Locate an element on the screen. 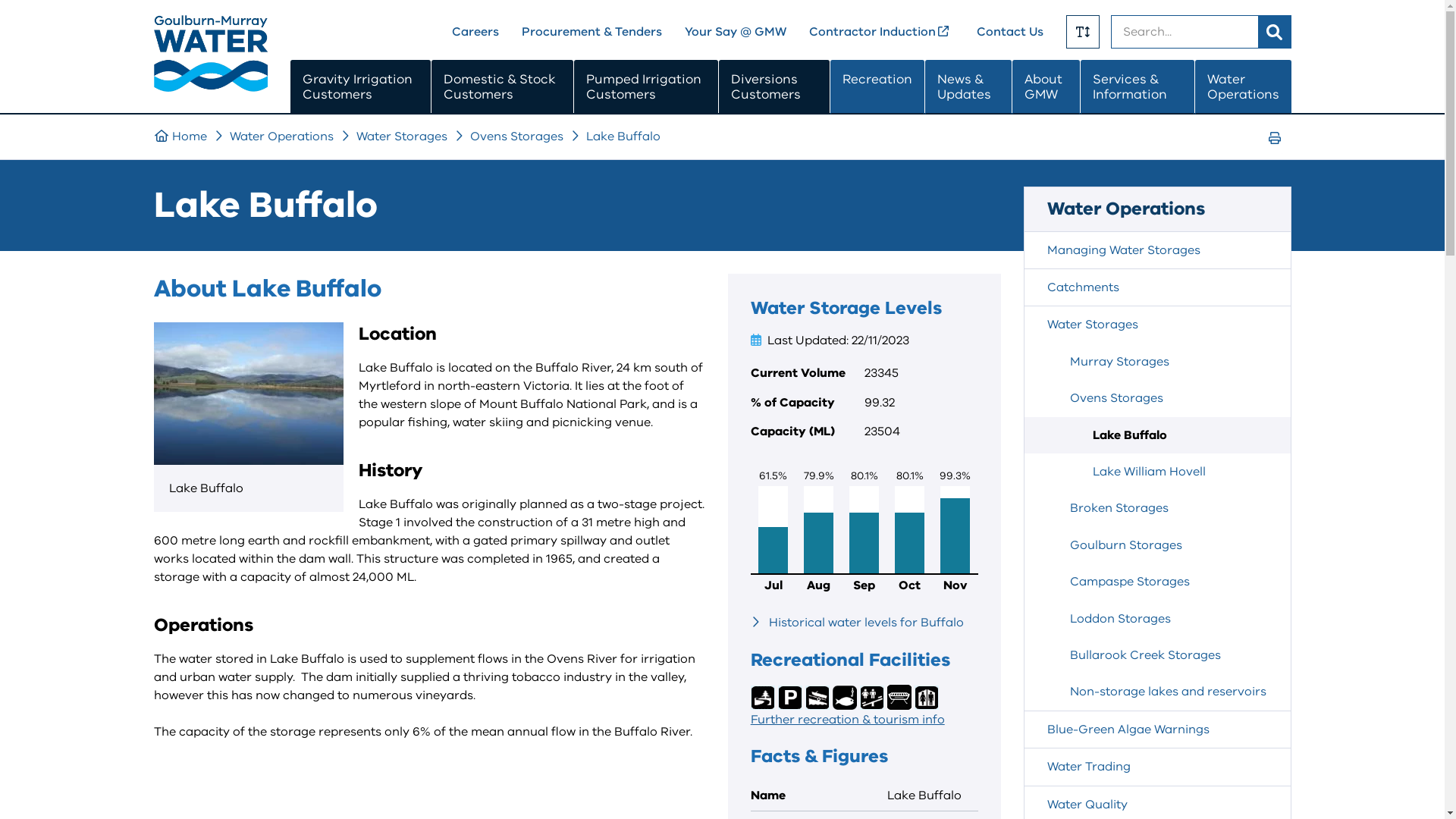 This screenshot has height=819, width=1456. 'Goulburn Storages' is located at coordinates (1156, 544).